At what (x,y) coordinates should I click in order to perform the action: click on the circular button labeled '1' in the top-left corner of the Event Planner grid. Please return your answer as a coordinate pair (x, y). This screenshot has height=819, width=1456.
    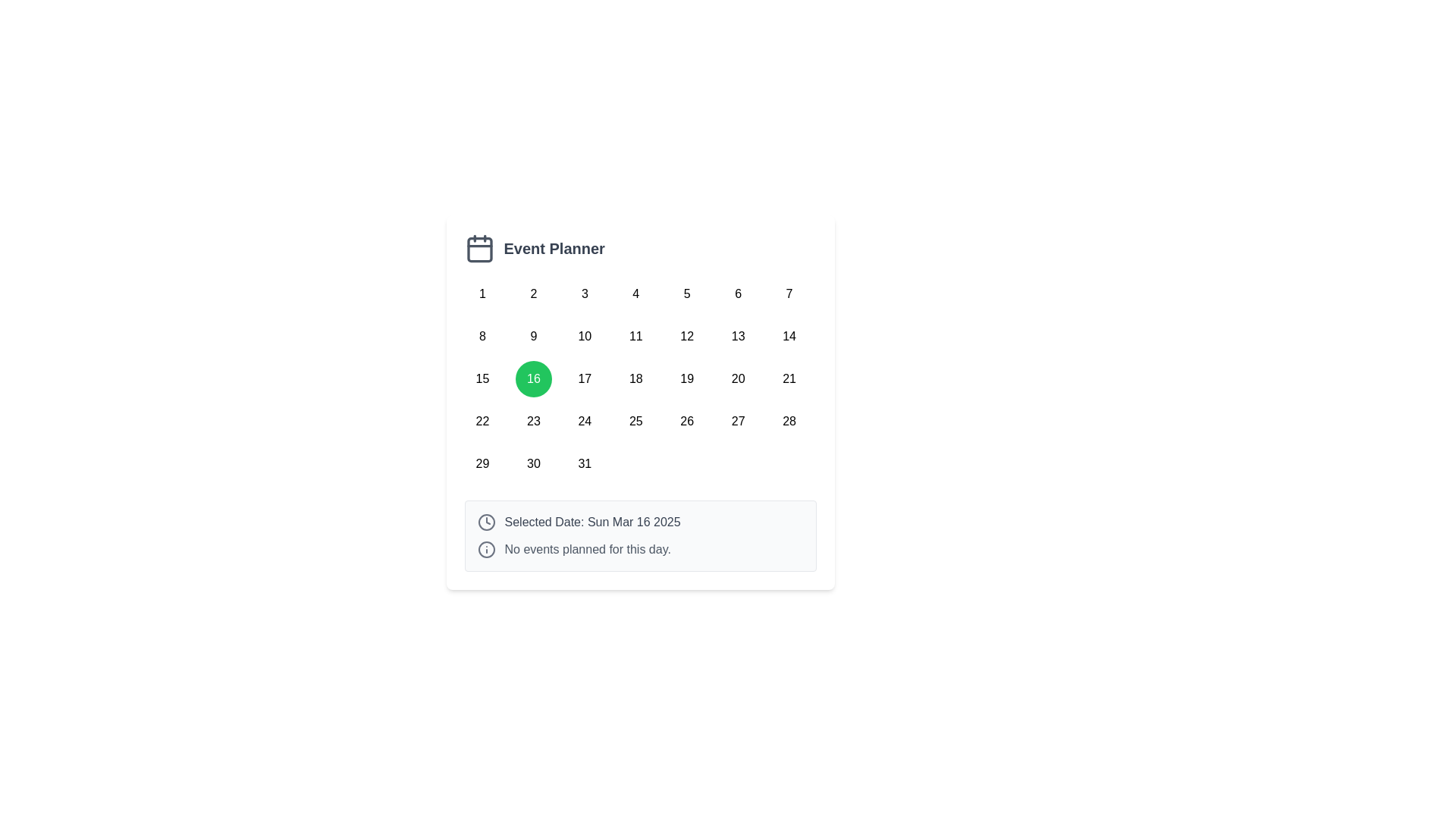
    Looking at the image, I should click on (482, 294).